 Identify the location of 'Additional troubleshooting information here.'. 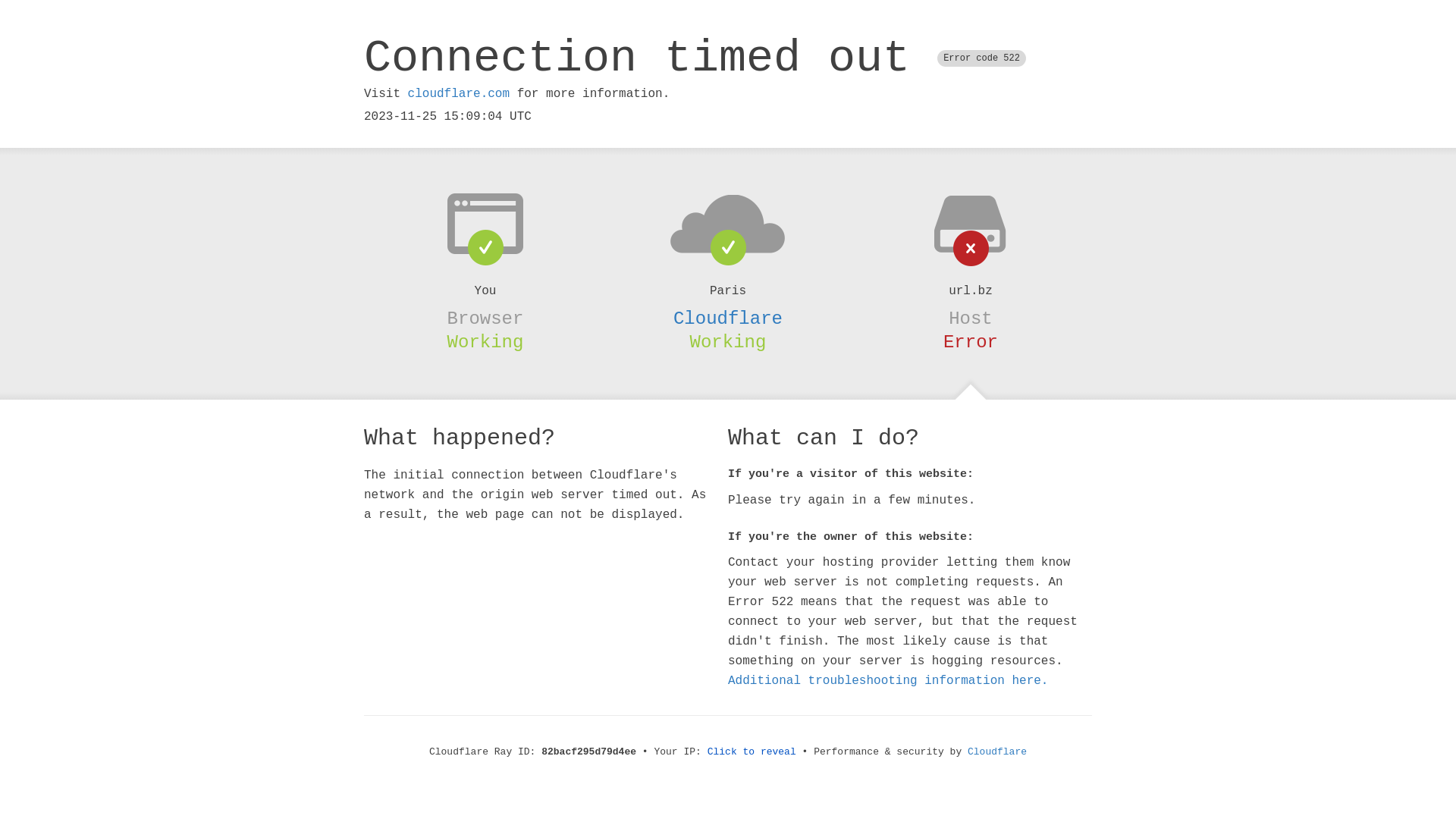
(888, 680).